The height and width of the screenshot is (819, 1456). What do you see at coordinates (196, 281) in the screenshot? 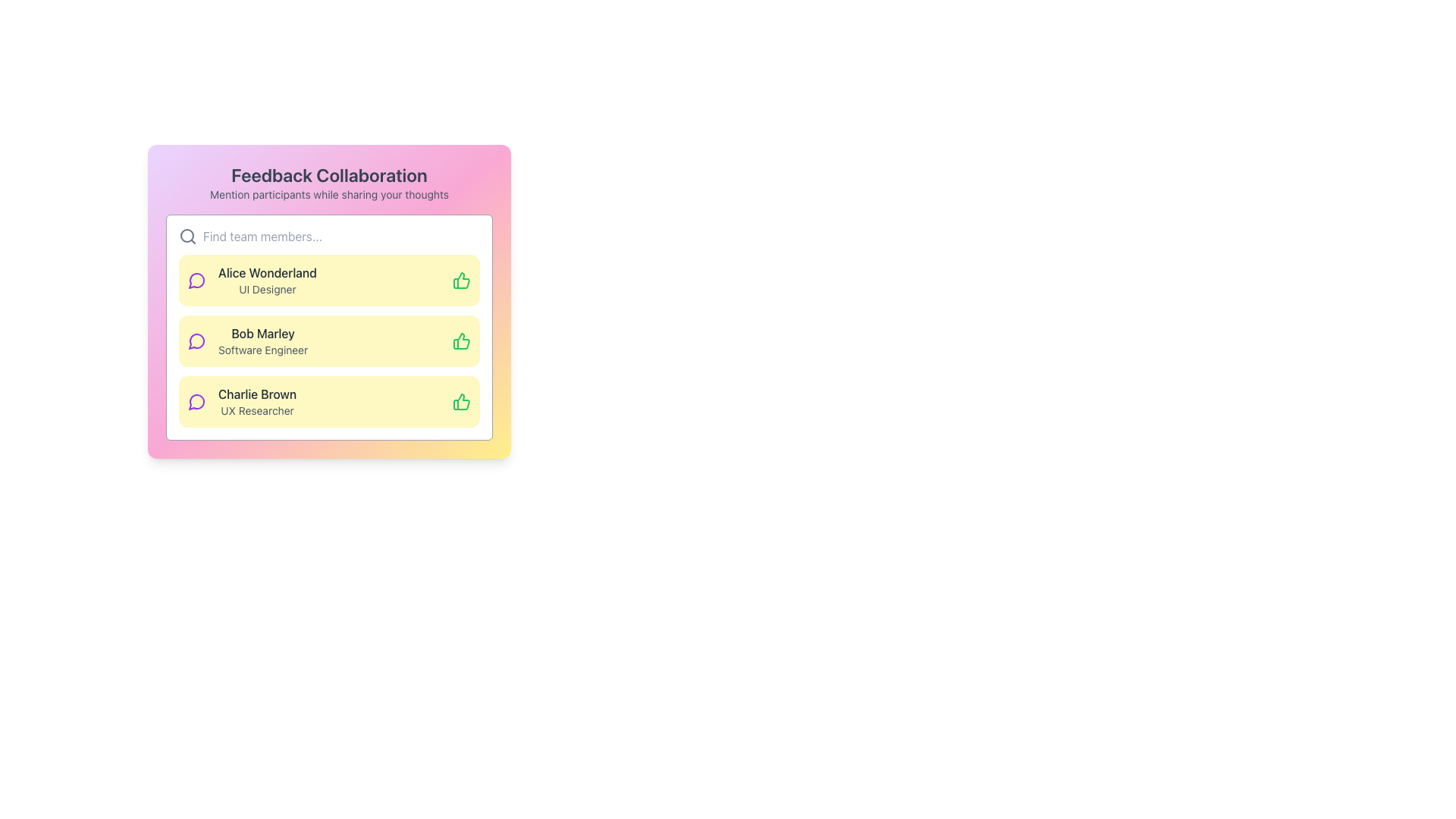
I see `the circular speech bubble tail within the purple icon on the left side of the row labeled 'Alice Wonderland, UI Designer'` at bounding box center [196, 281].